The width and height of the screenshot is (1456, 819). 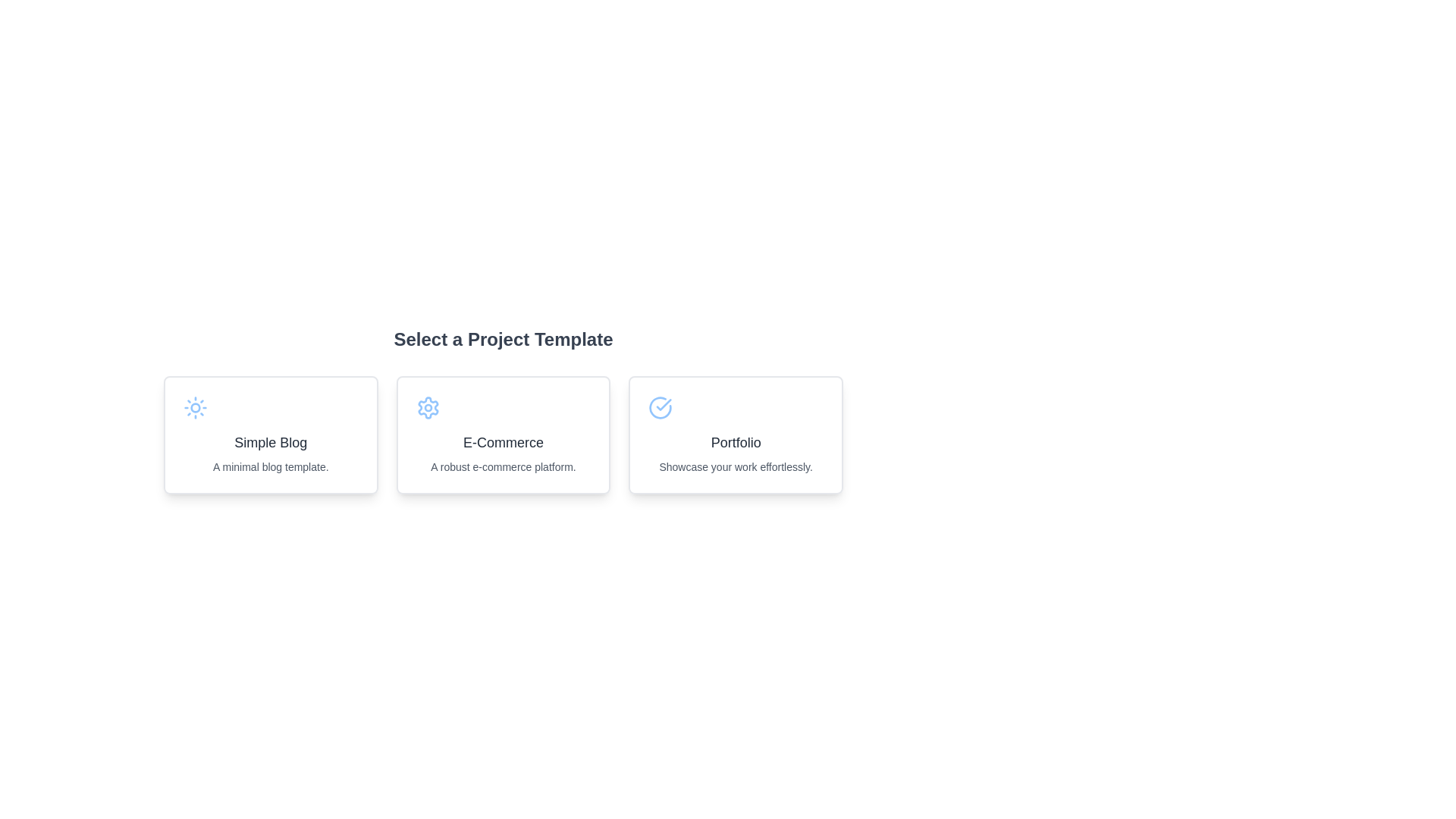 What do you see at coordinates (270, 435) in the screenshot?
I see `the first card in the horizontal list` at bounding box center [270, 435].